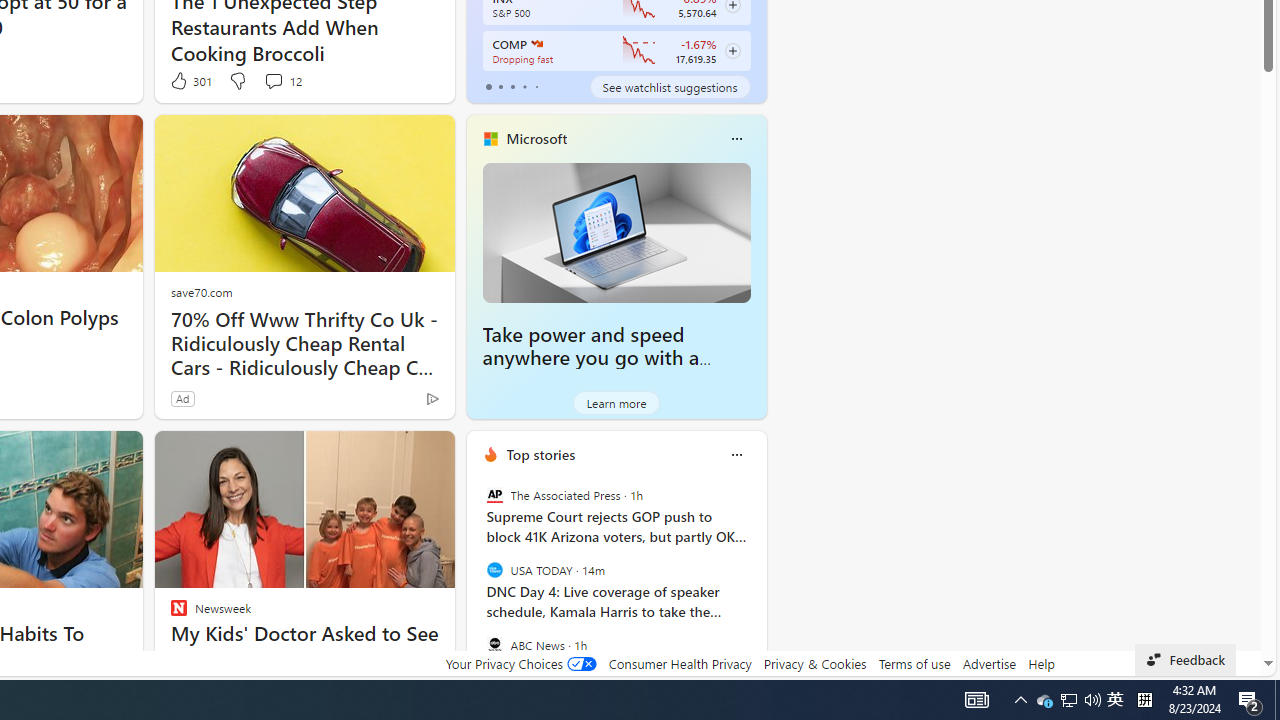  I want to click on 'tab-2', so click(512, 86).